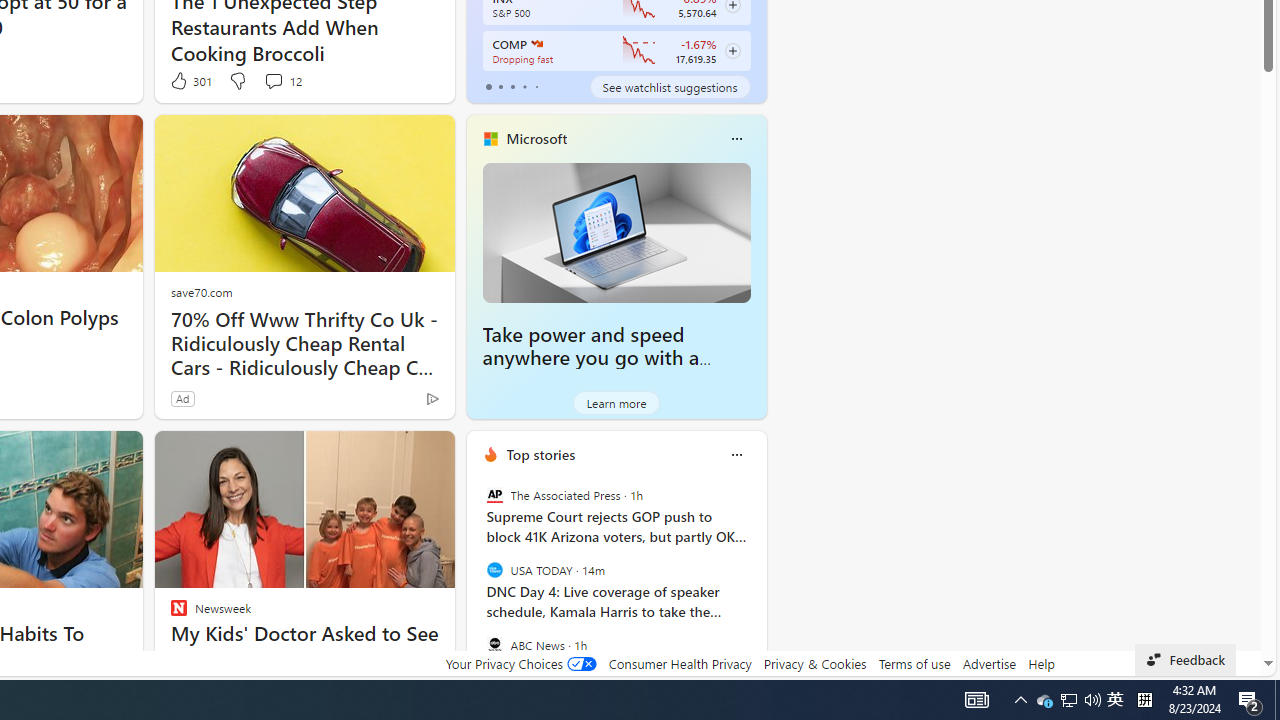  I want to click on 'tab-2', so click(512, 86).